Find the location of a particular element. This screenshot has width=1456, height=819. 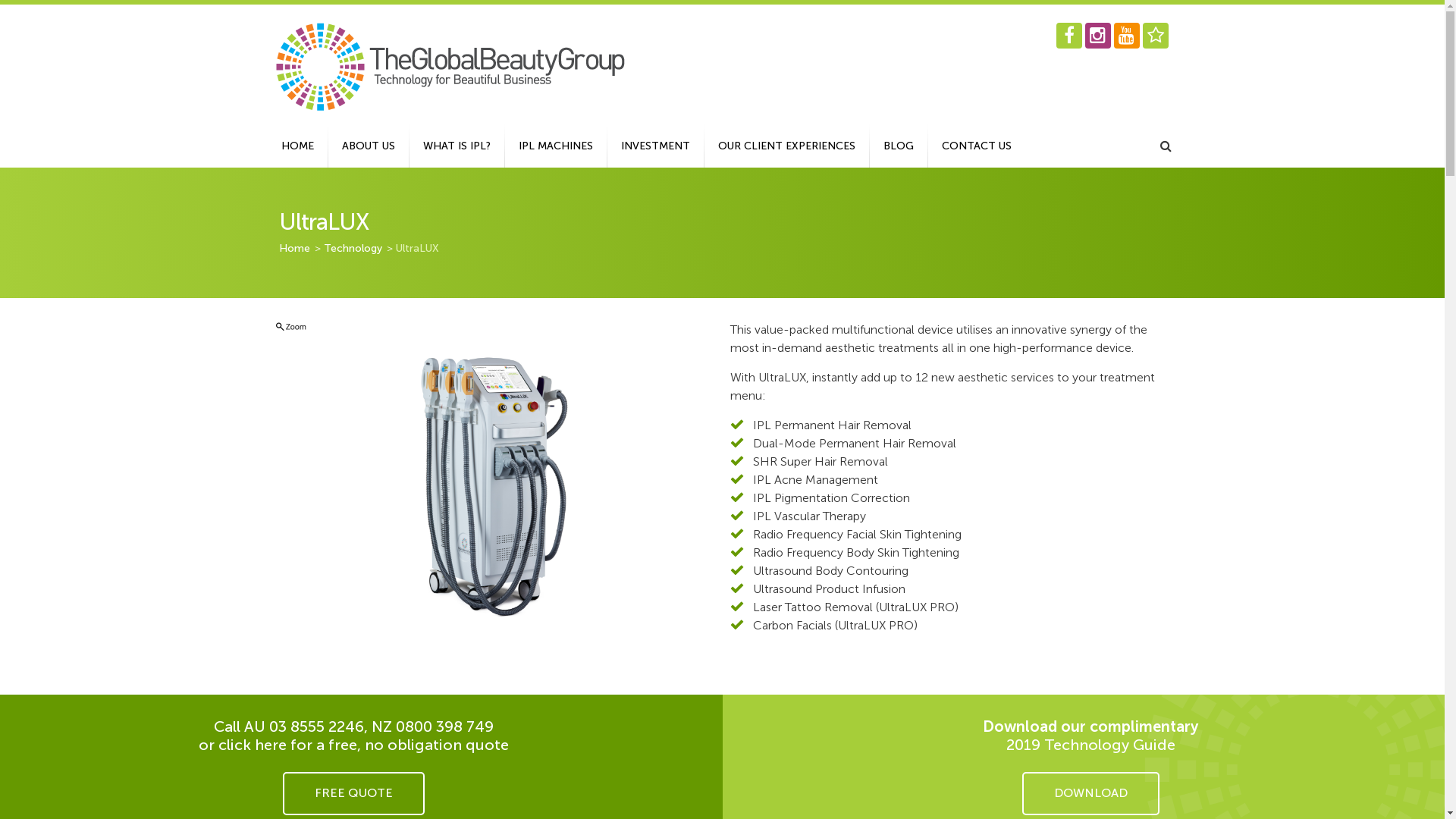

'Facebook' is located at coordinates (1068, 34).